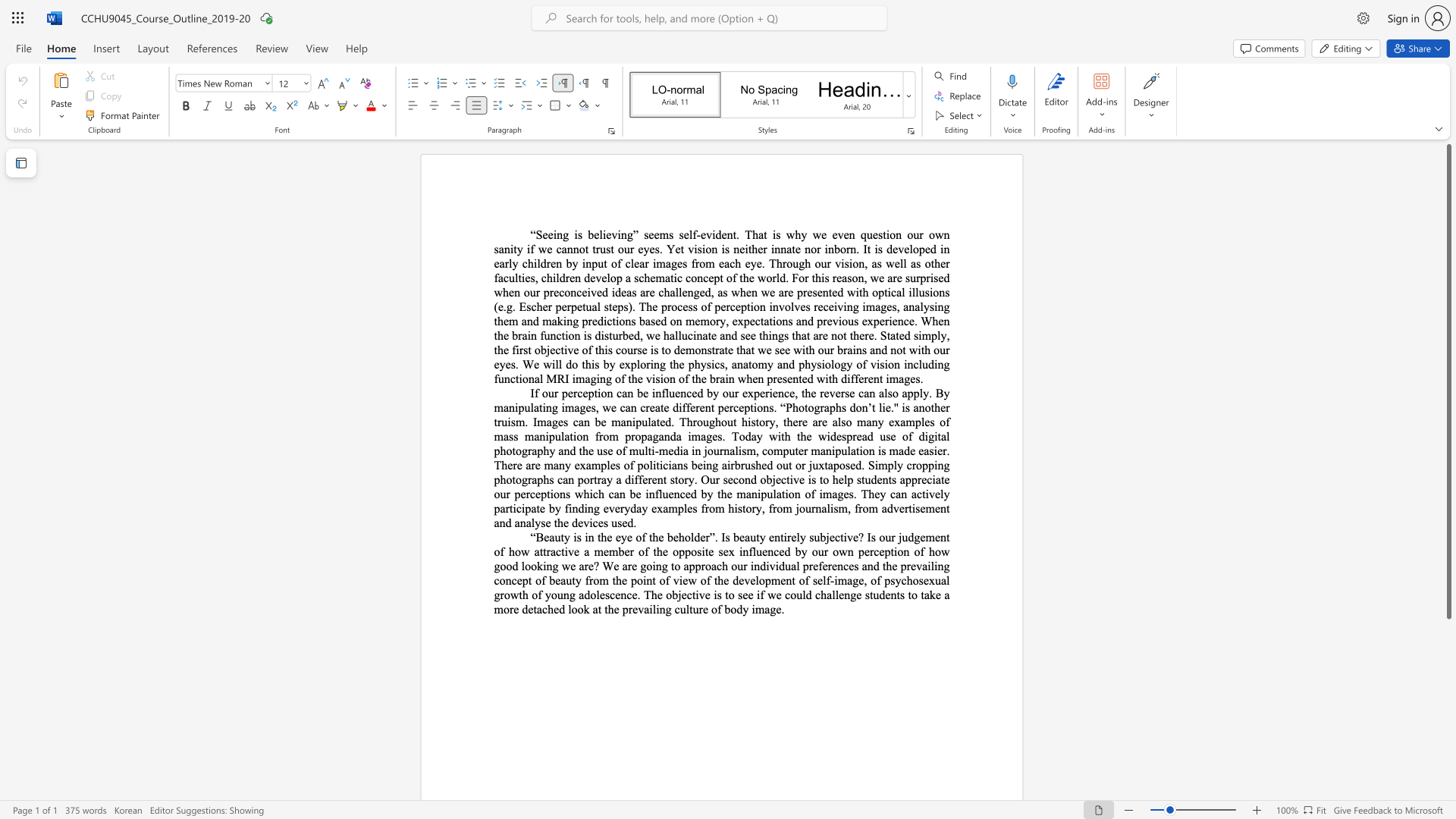 Image resolution: width=1456 pixels, height=819 pixels. Describe the element at coordinates (1448, 704) in the screenshot. I see `the scrollbar to slide the page down` at that location.